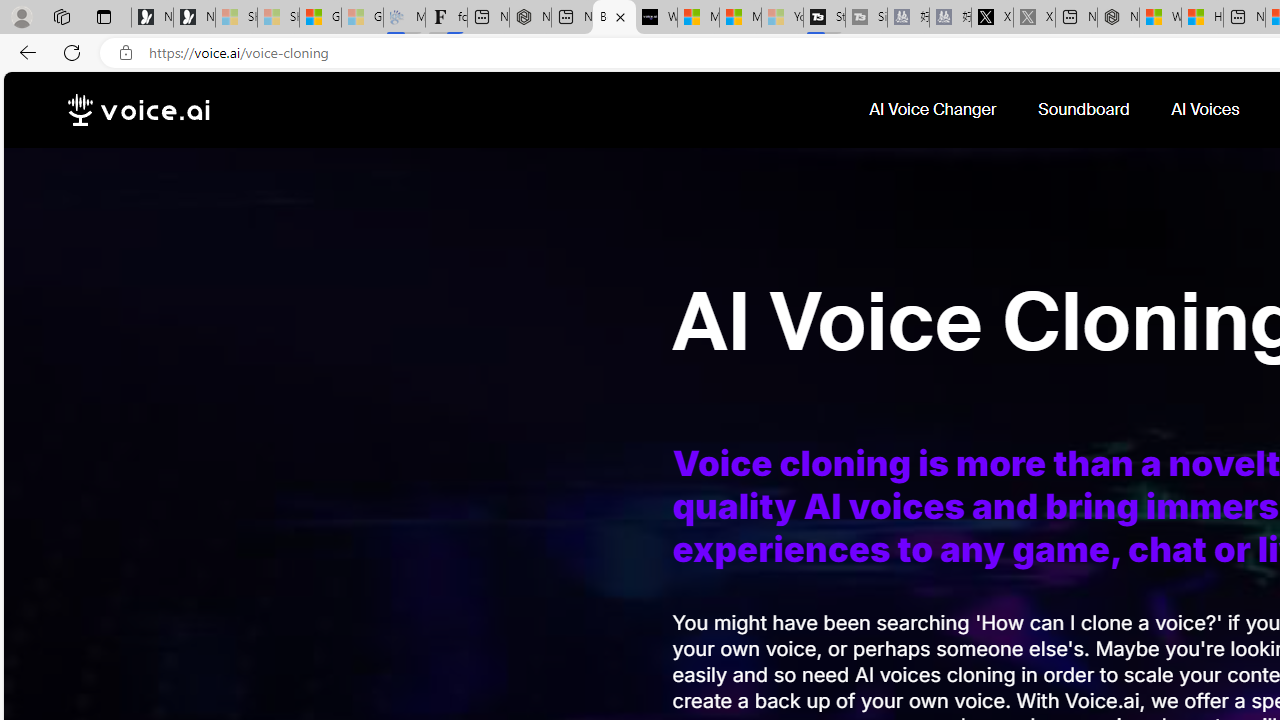 The image size is (1280, 720). I want to click on 'AI Voices ', so click(1206, 109).